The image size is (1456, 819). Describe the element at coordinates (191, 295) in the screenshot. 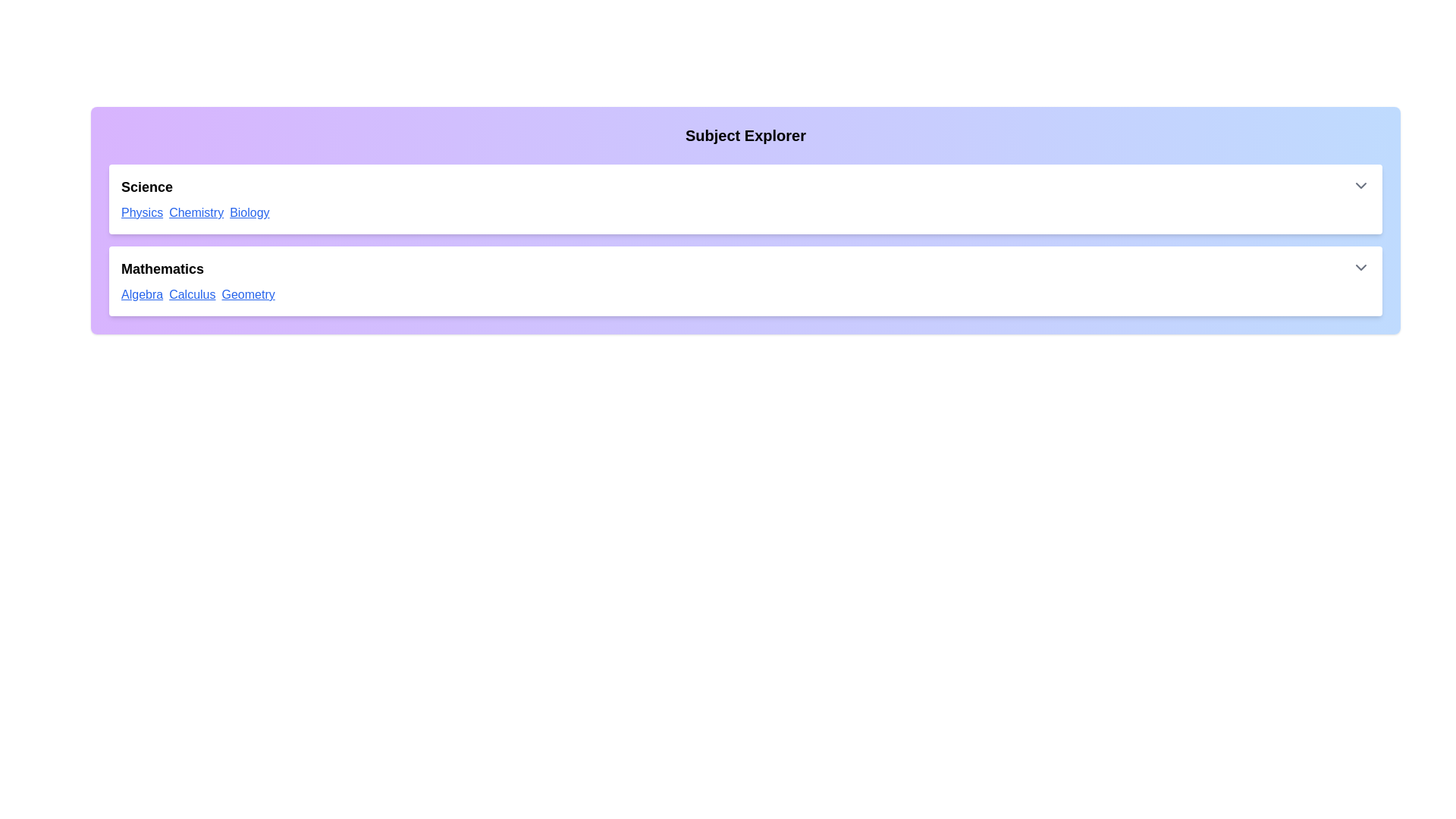

I see `the link with the text 'Calculus' to navigate` at that location.